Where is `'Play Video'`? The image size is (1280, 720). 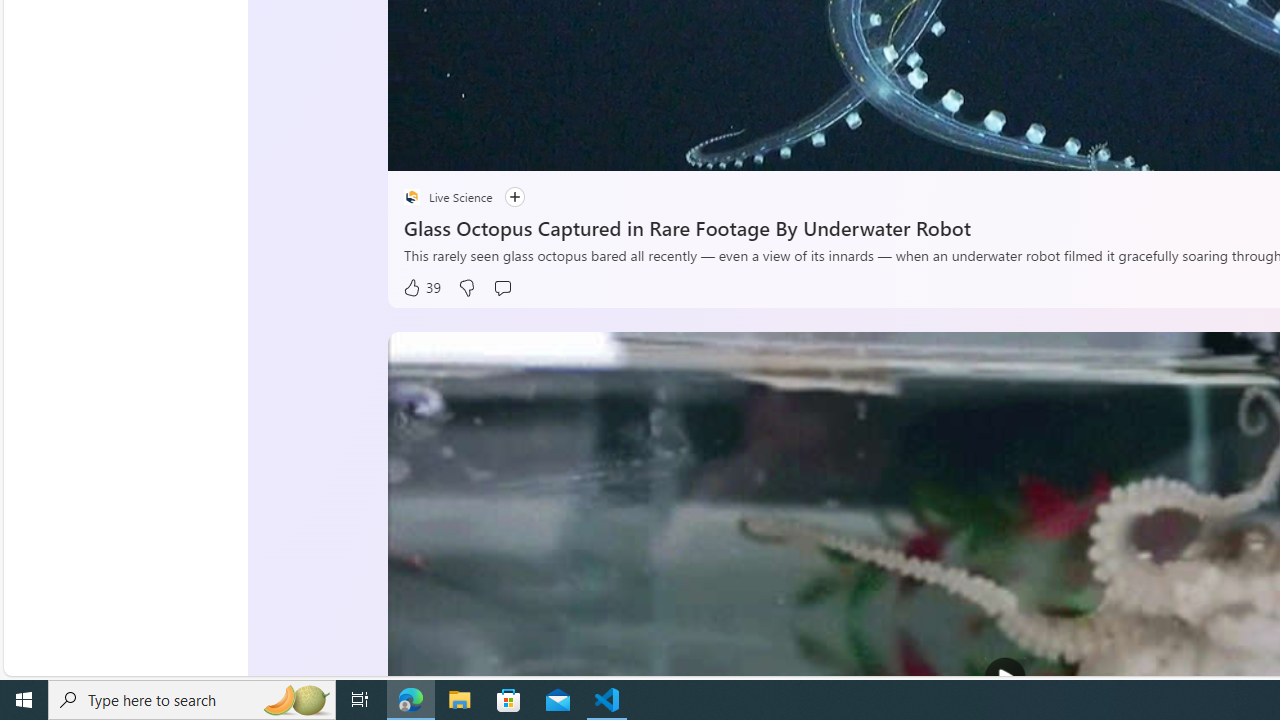
'Play Video' is located at coordinates (1005, 677).